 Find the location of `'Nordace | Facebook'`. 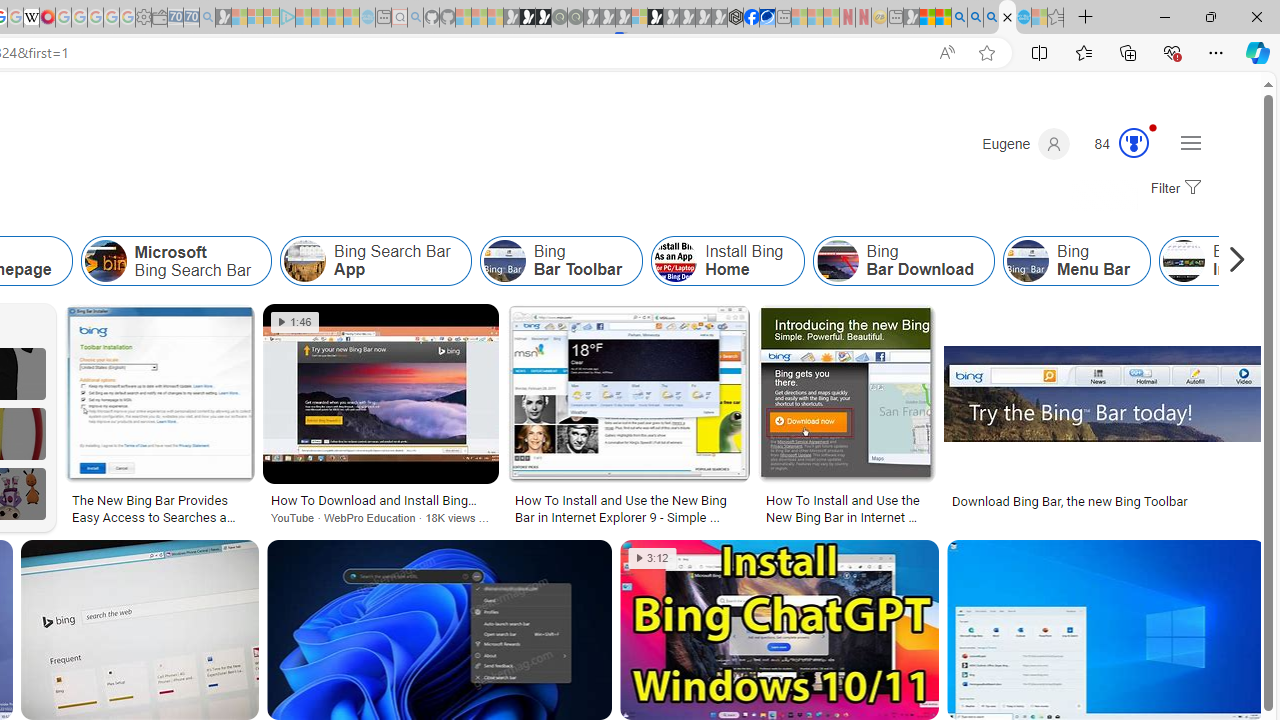

'Nordace | Facebook' is located at coordinates (750, 17).